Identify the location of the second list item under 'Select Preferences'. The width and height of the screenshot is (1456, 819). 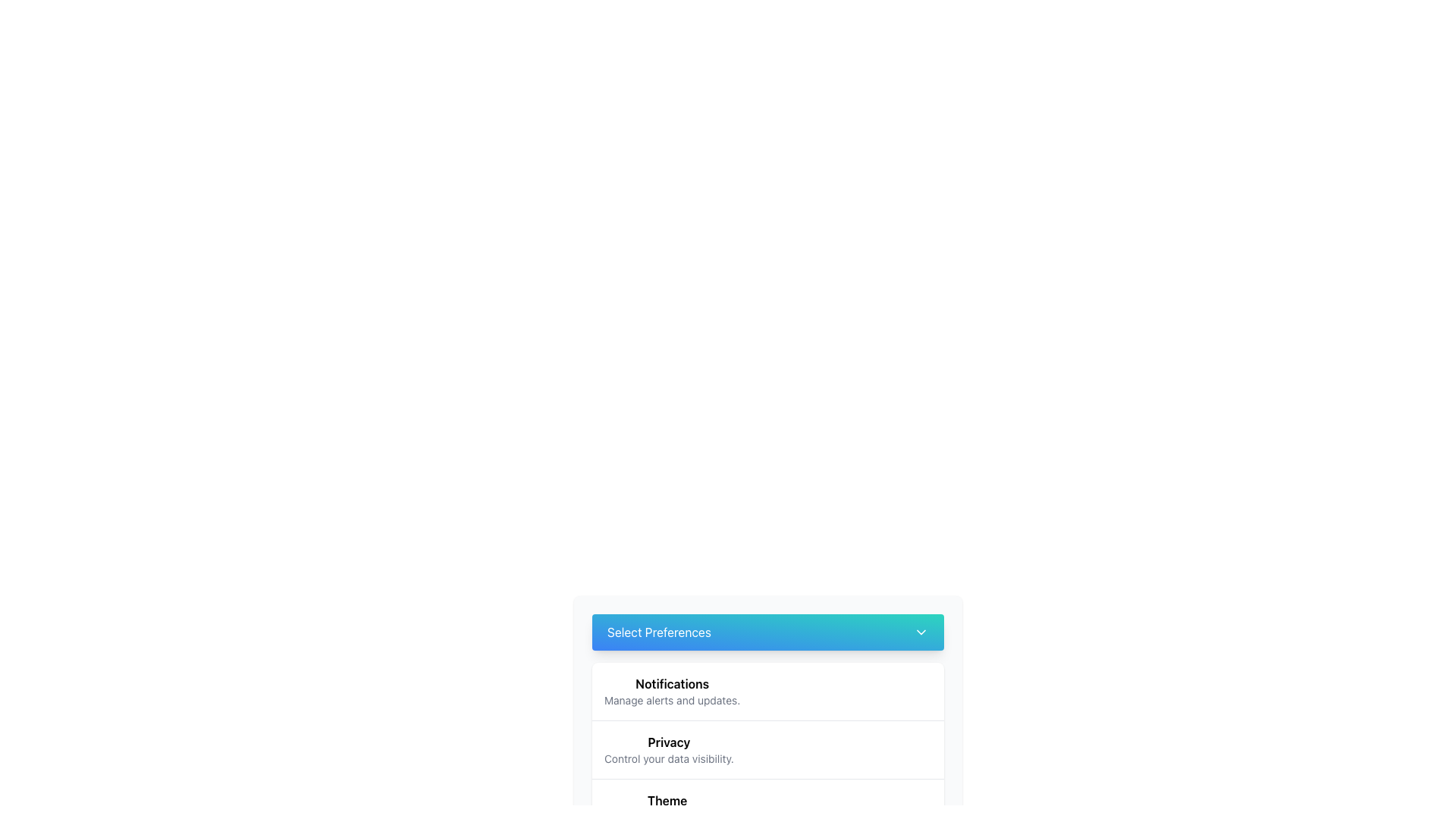
(767, 748).